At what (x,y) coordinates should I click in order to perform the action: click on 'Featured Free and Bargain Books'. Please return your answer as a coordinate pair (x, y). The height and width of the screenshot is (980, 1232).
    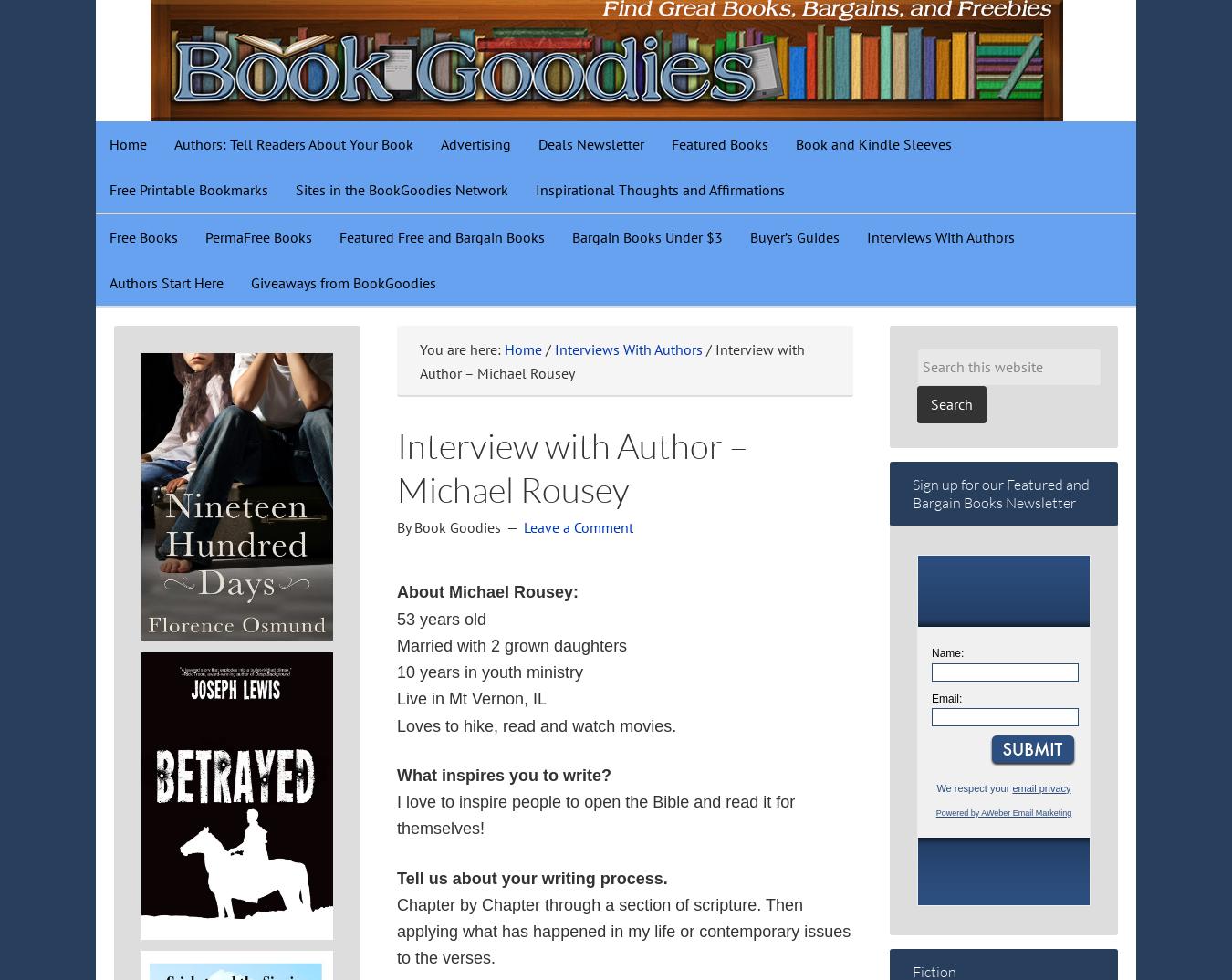
    Looking at the image, I should click on (441, 236).